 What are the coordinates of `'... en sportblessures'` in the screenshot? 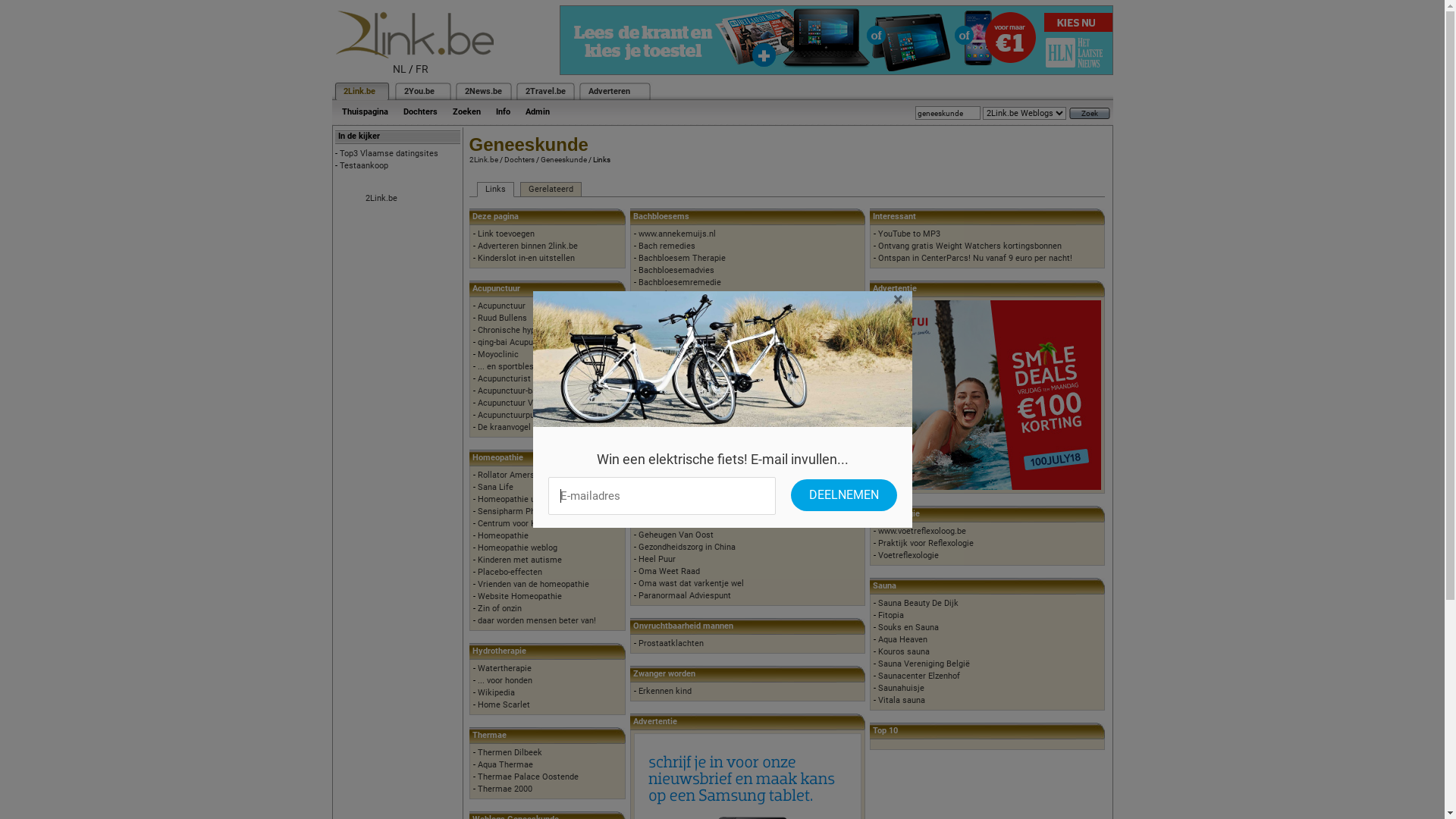 It's located at (516, 366).